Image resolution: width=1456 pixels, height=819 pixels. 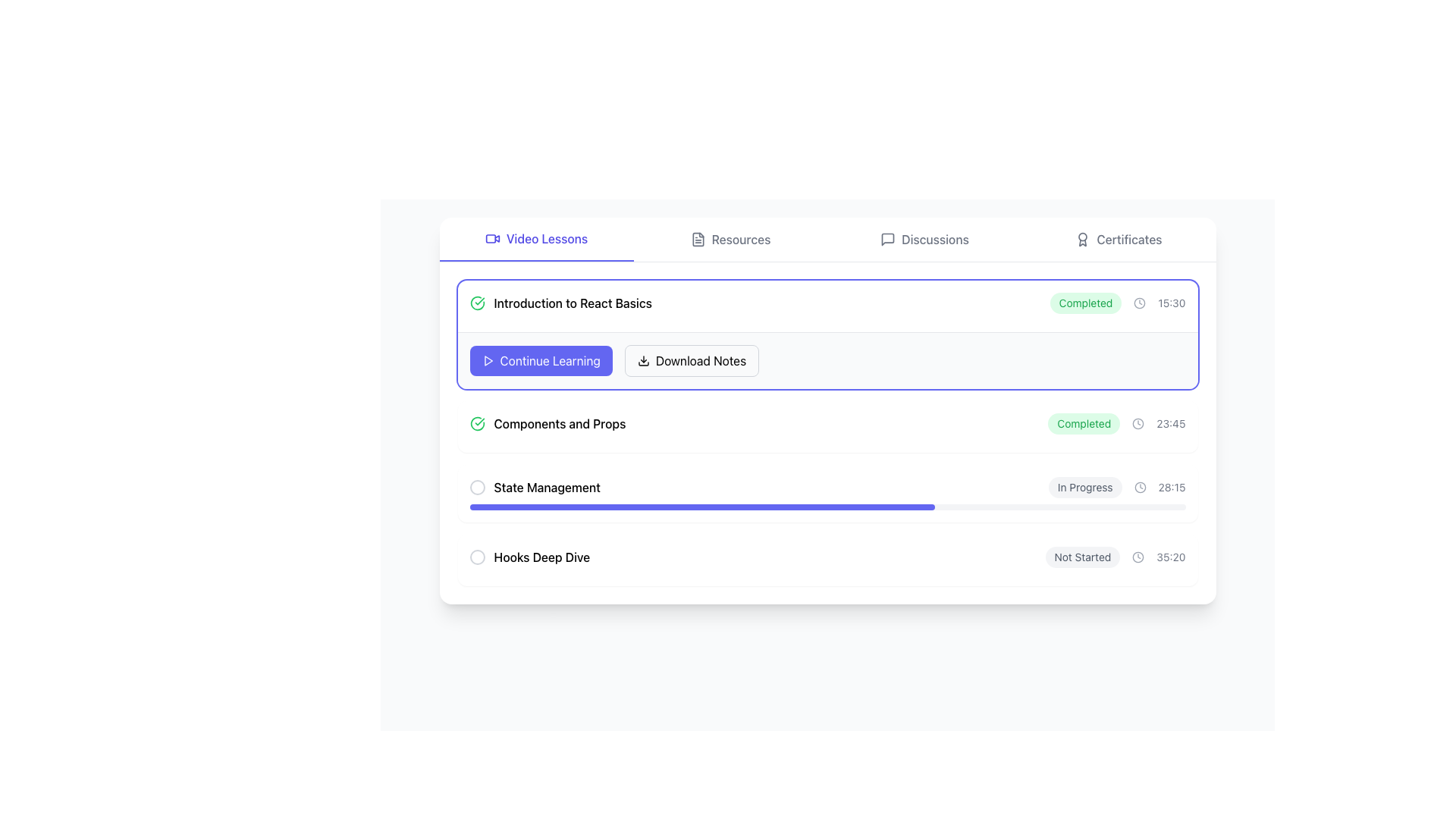 What do you see at coordinates (888, 239) in the screenshot?
I see `the chat bubble icon located to the left of the 'Discussions' label in the horizontal navigation bar` at bounding box center [888, 239].